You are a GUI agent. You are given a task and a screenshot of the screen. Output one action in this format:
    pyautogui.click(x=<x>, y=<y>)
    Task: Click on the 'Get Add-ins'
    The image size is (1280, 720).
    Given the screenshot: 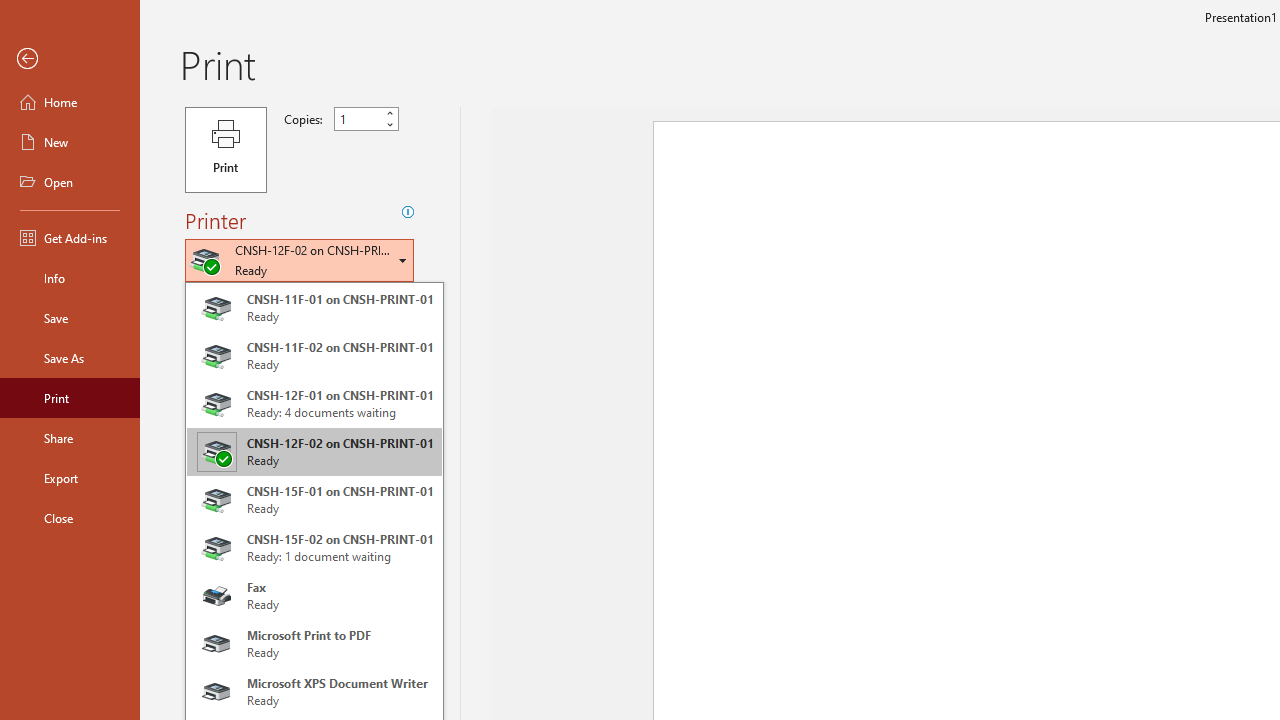 What is the action you would take?
    pyautogui.click(x=69, y=236)
    